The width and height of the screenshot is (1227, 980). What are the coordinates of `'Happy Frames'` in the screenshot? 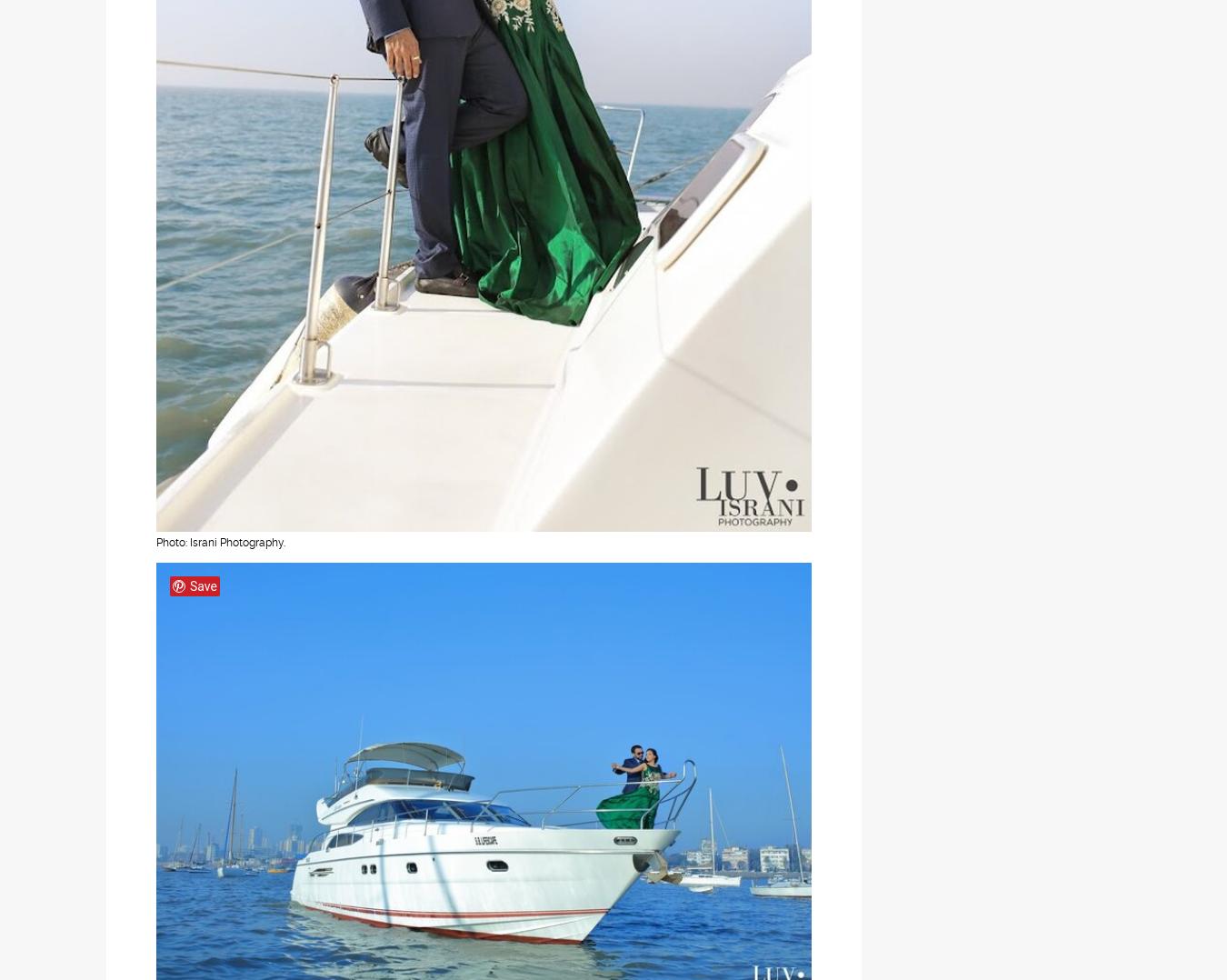 It's located at (174, 731).